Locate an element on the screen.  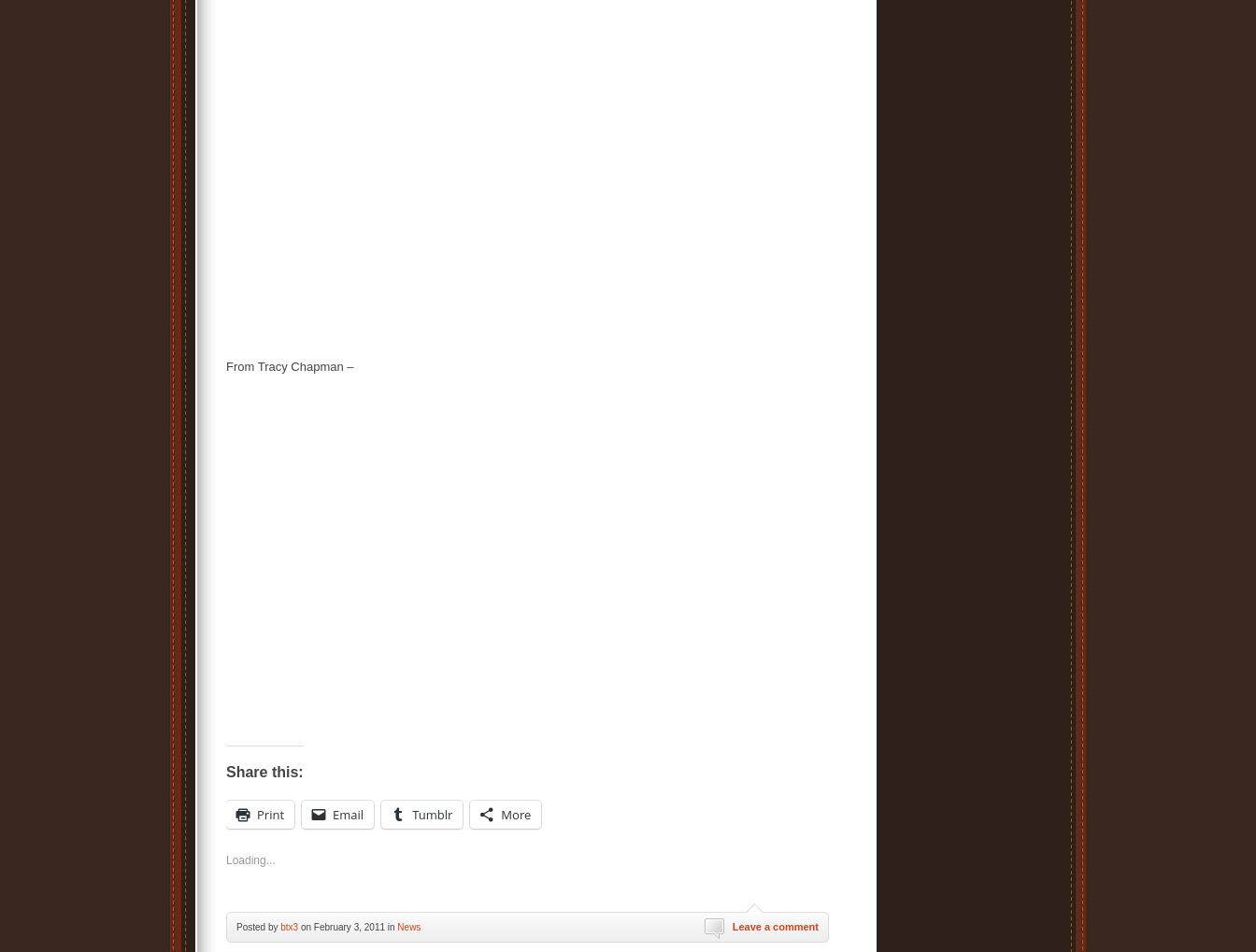
'Email' is located at coordinates (348, 813).